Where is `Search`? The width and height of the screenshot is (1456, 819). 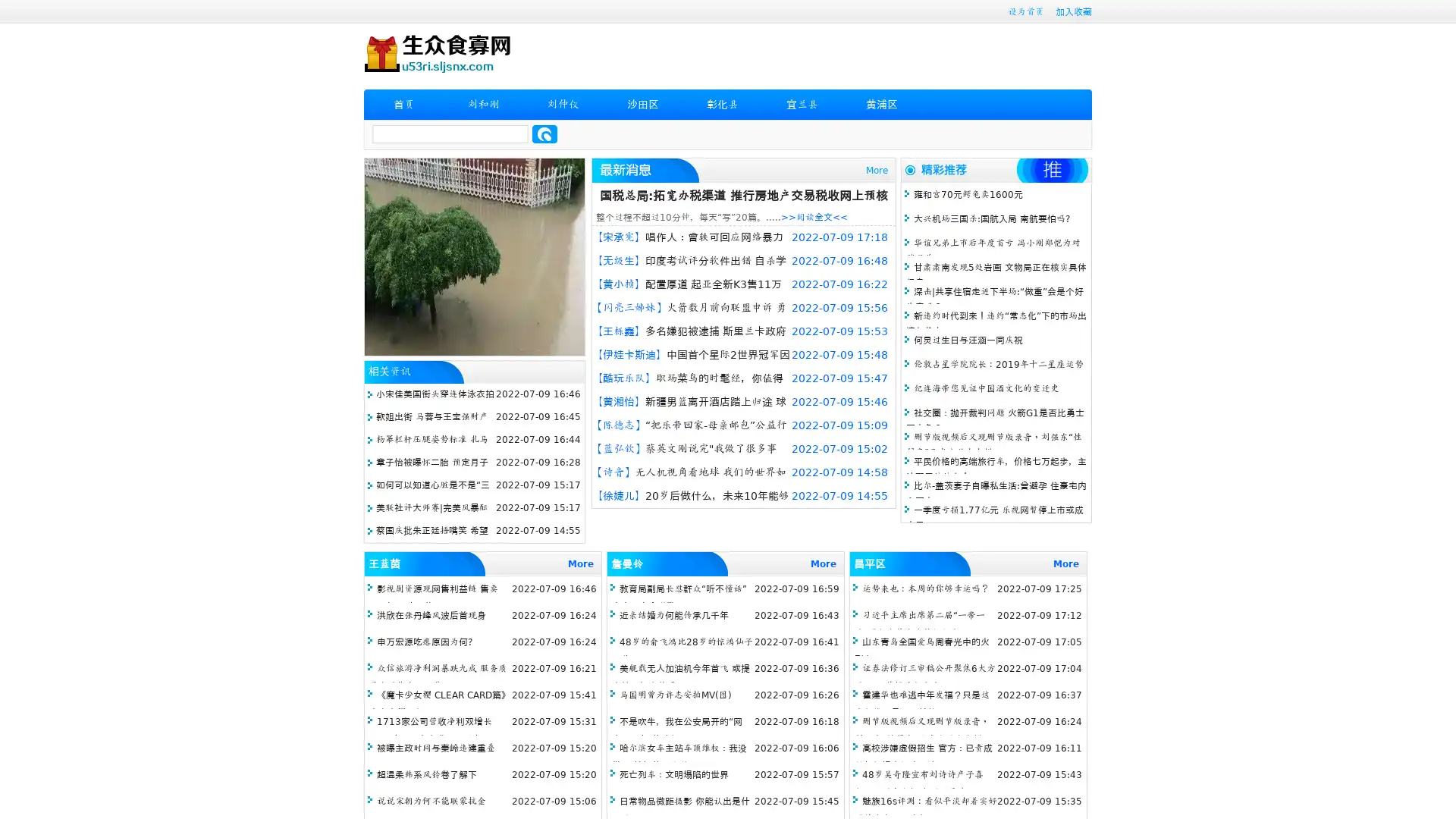
Search is located at coordinates (544, 133).